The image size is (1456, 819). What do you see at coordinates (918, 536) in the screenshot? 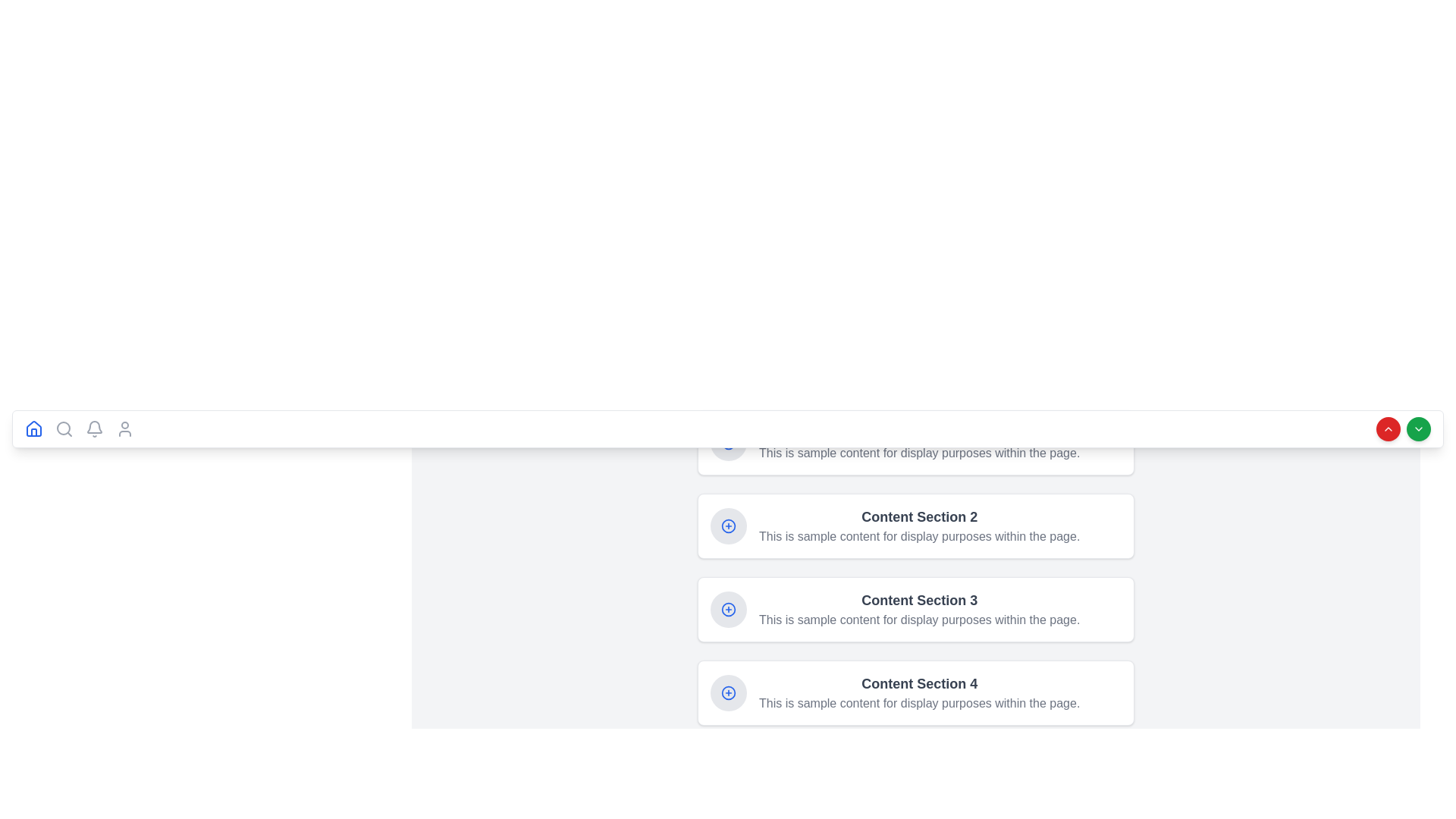
I see `the static text element stating 'This is sample content for display purposes within the page.', which is styled in light gray color and positioned just below the 'Content Section 2' title` at bounding box center [918, 536].